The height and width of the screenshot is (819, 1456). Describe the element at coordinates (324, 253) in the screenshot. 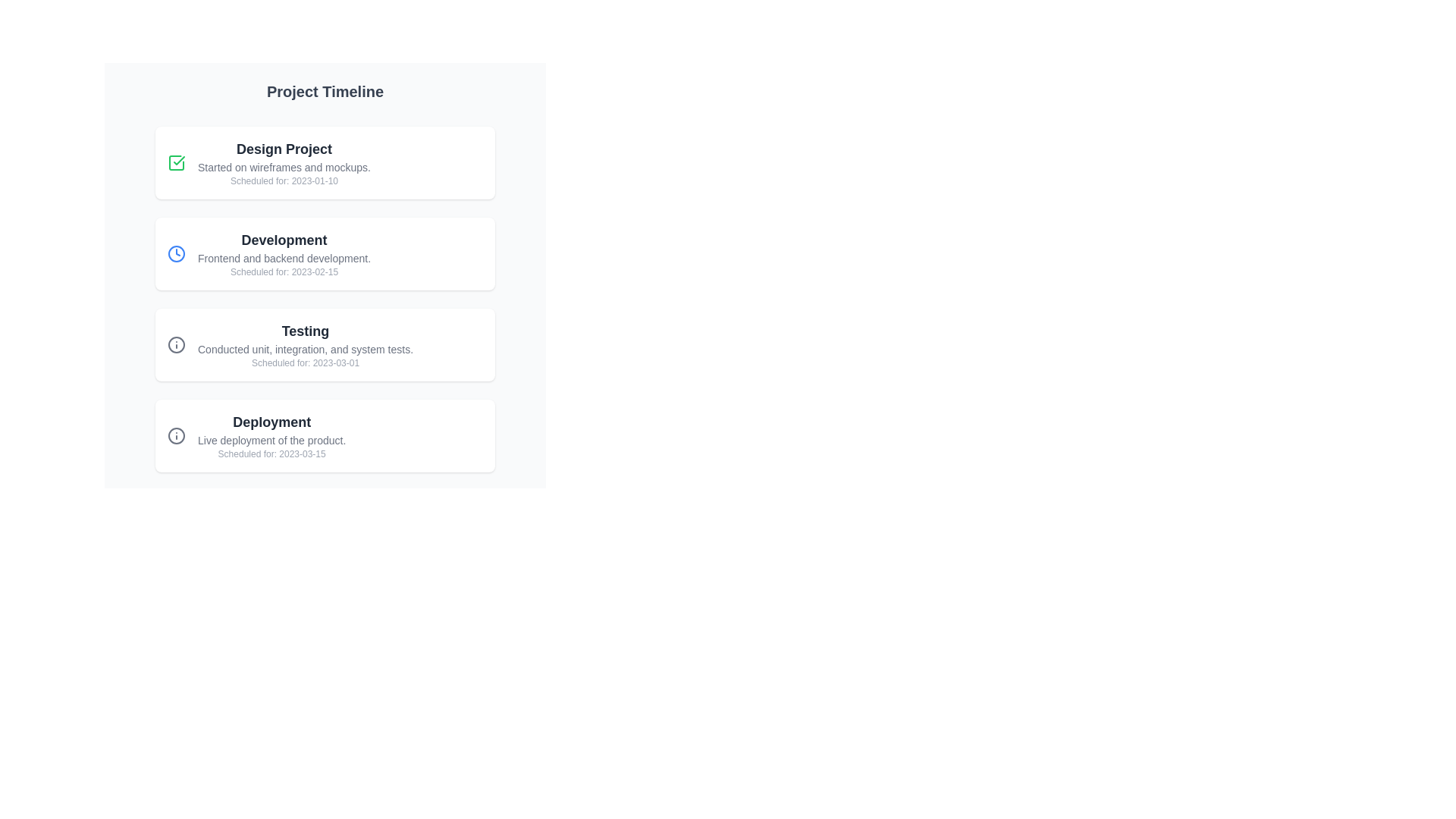

I see `the 'Development' phase card, which is the second card in the vertical list of project stages, located below 'Design Project' and above 'Testing'` at that location.